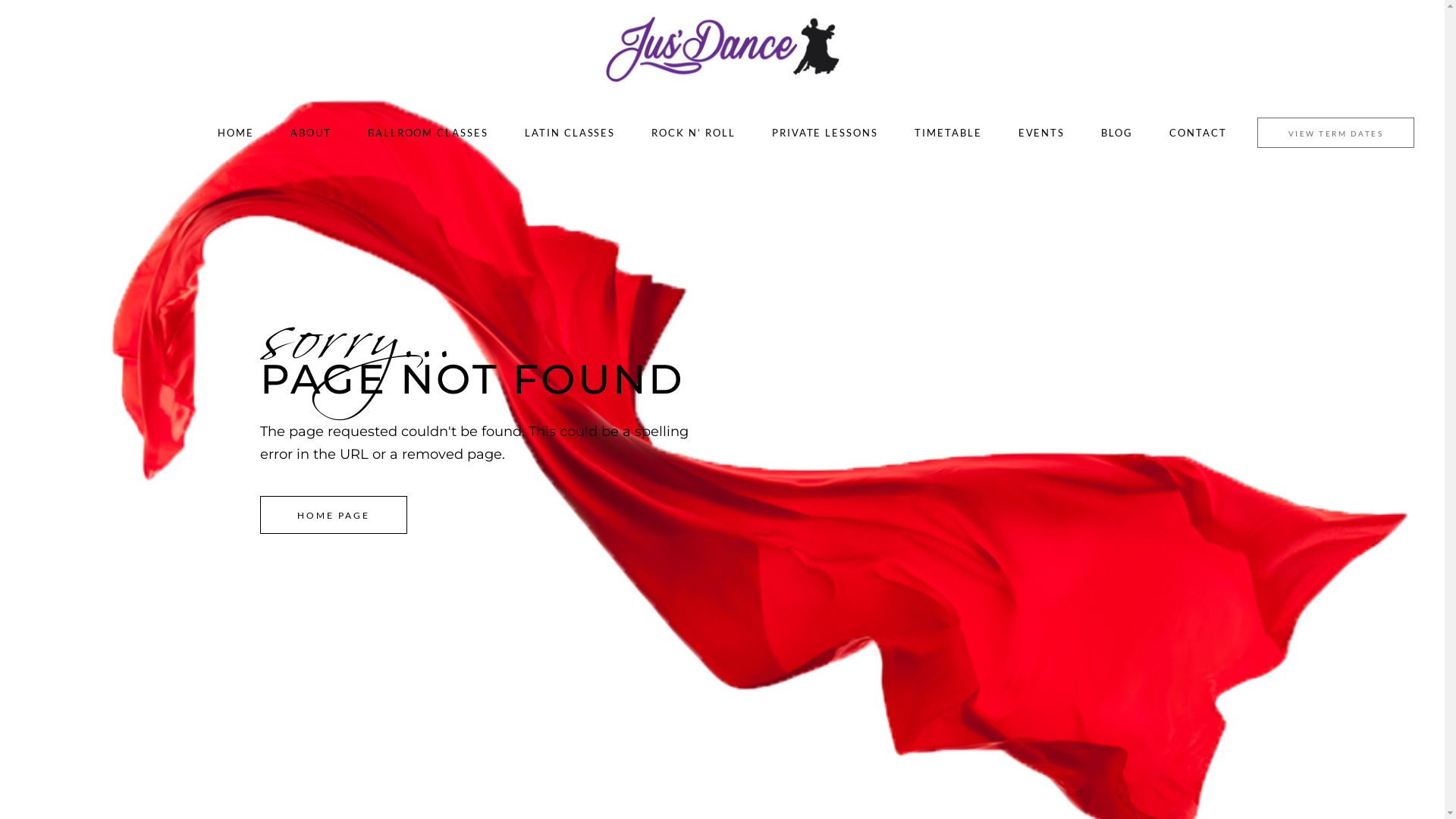 The image size is (1456, 819). I want to click on 'EVENTS', so click(1040, 131).